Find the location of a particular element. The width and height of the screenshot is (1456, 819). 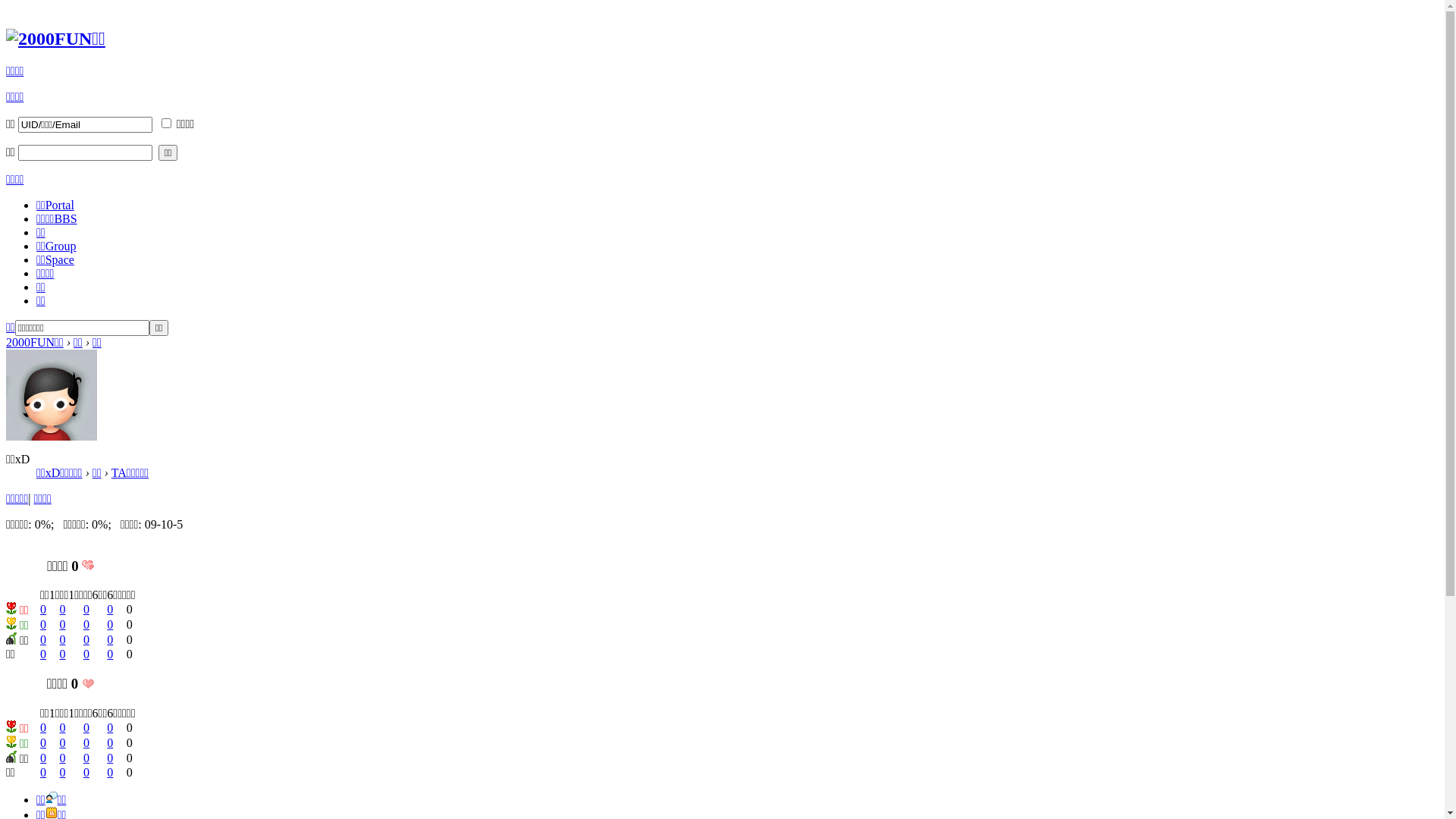

'0' is located at coordinates (61, 742).